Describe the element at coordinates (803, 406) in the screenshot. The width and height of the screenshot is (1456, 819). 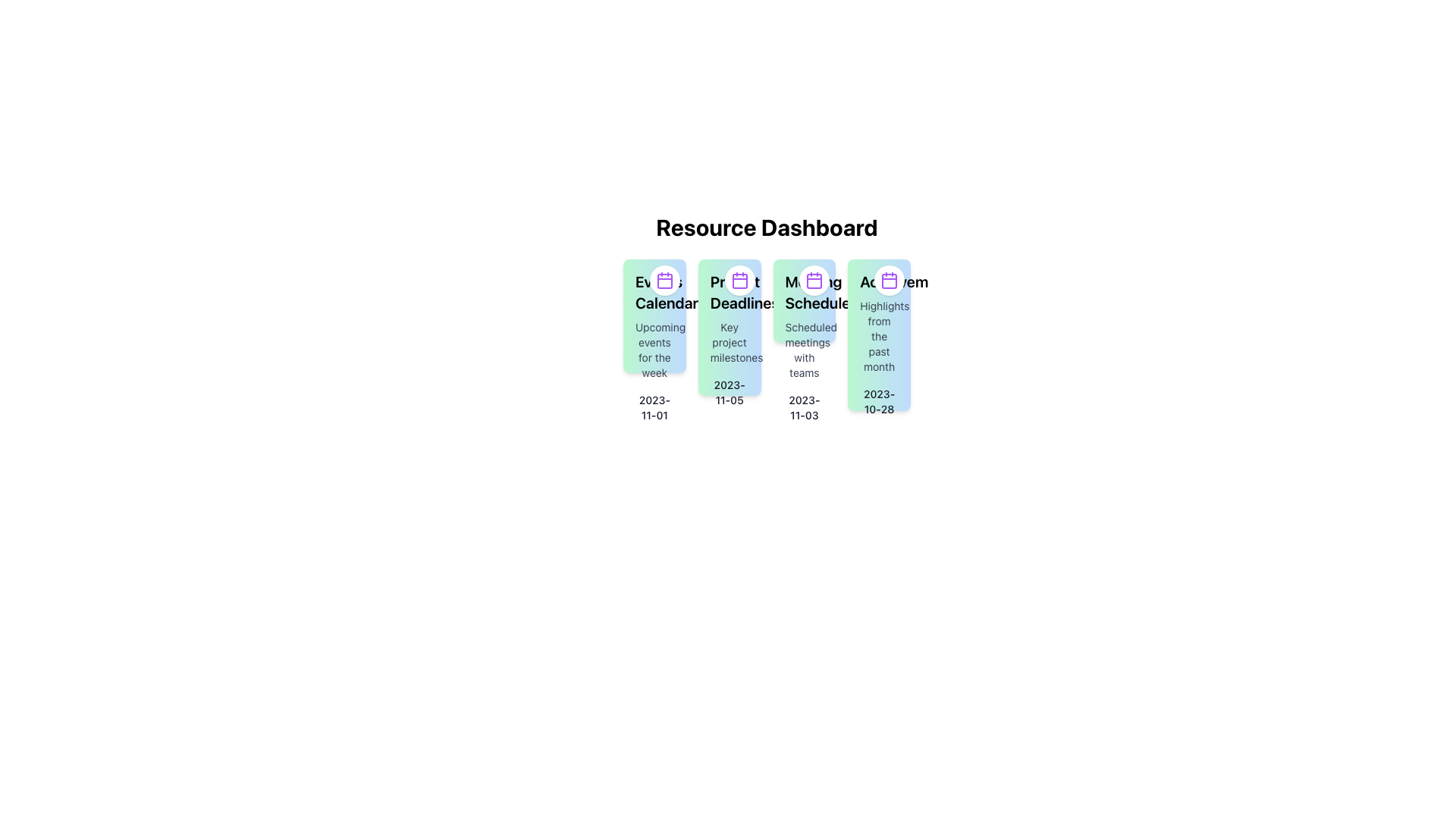
I see `the bottommost text label indicating the specific date related to the 'Meeting Schedules' card within the third card under the 'Resource Dashboard'` at that location.